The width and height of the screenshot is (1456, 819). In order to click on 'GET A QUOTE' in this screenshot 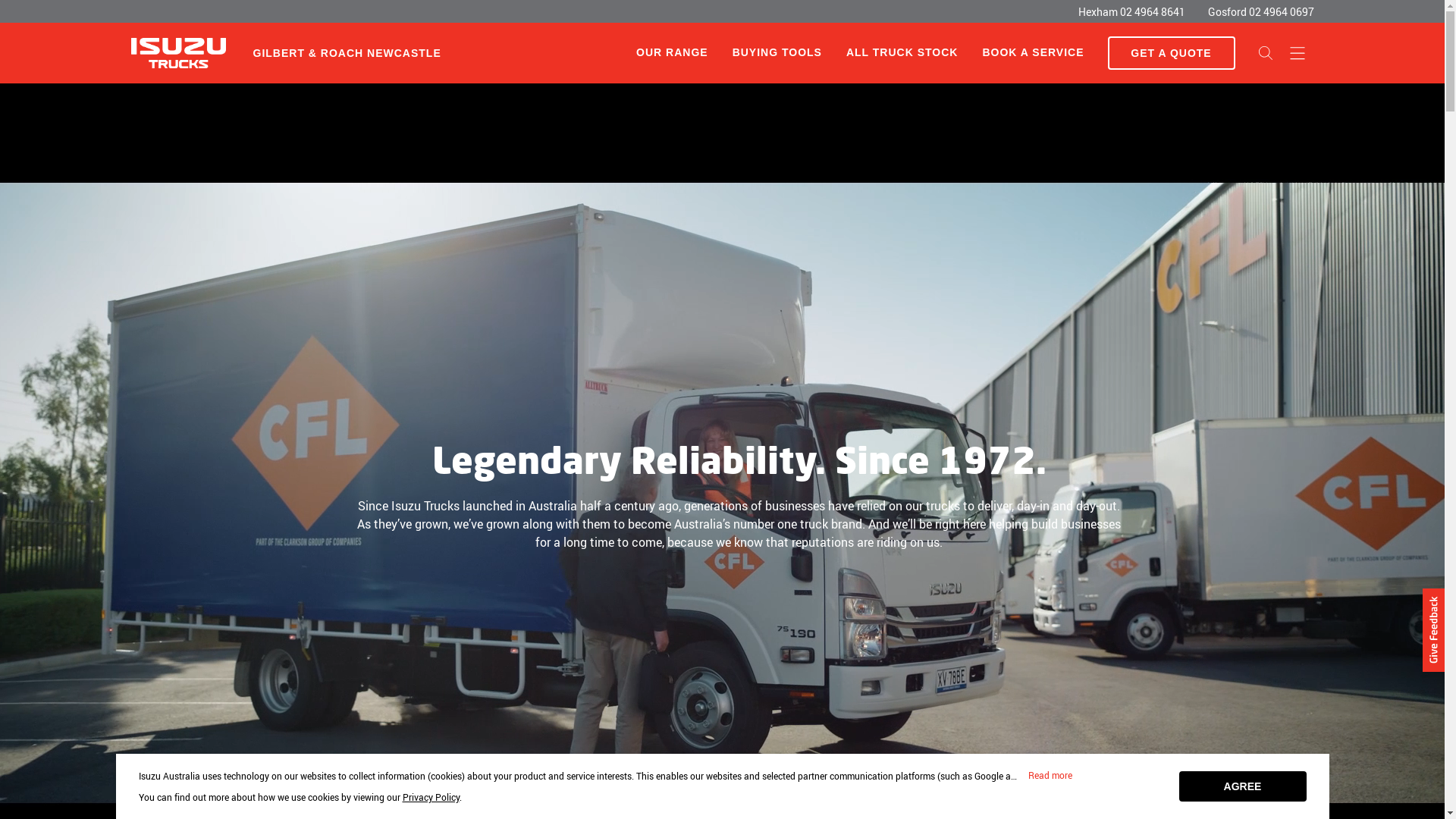, I will do `click(1170, 52)`.